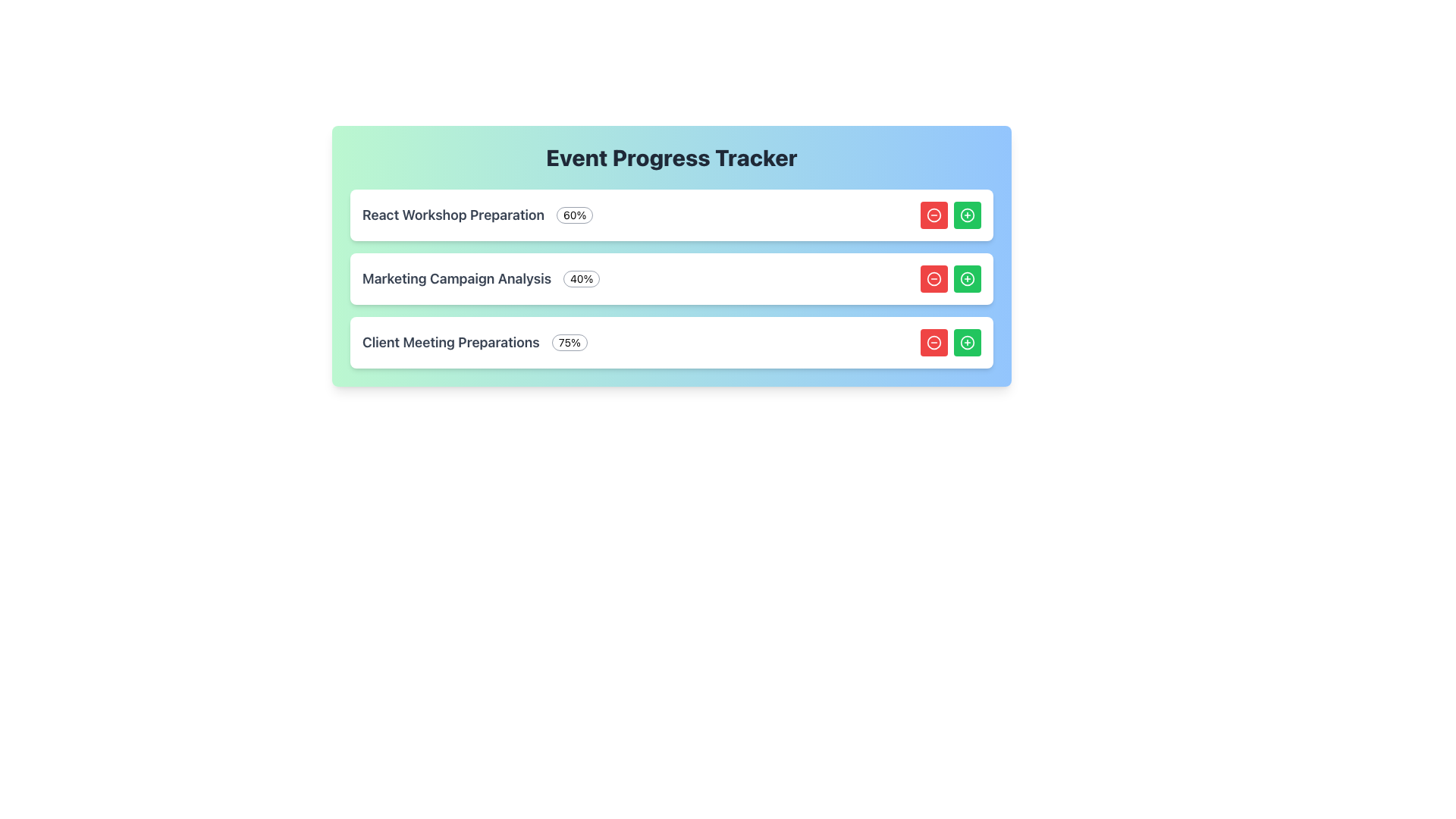 The width and height of the screenshot is (1456, 819). What do you see at coordinates (934, 278) in the screenshot?
I see `the circular red outlined button with a horizontal white line, representing a minus symbol` at bounding box center [934, 278].